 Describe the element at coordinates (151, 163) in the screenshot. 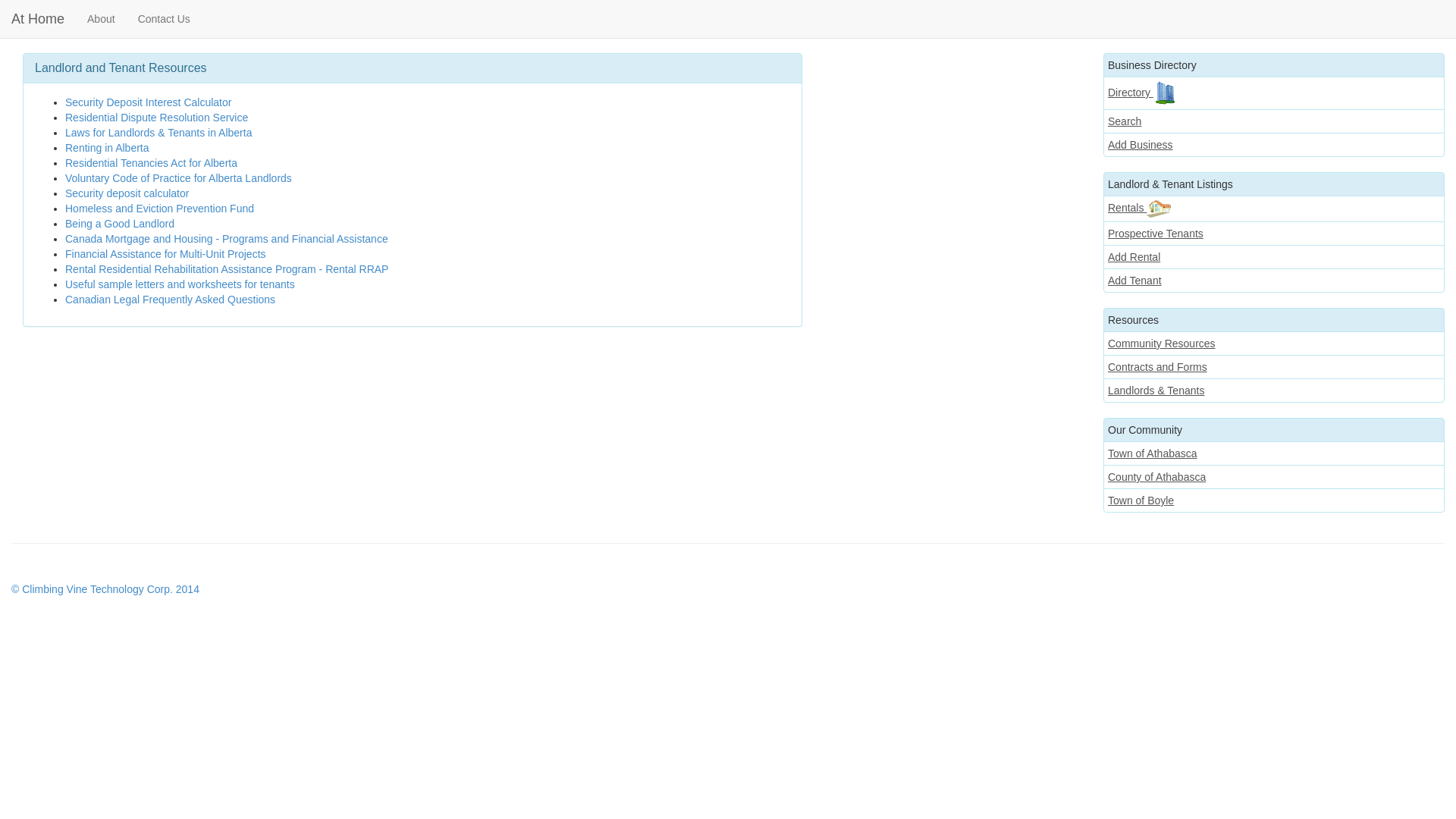

I see `'Residential Tenancies Act for Alberta'` at that location.